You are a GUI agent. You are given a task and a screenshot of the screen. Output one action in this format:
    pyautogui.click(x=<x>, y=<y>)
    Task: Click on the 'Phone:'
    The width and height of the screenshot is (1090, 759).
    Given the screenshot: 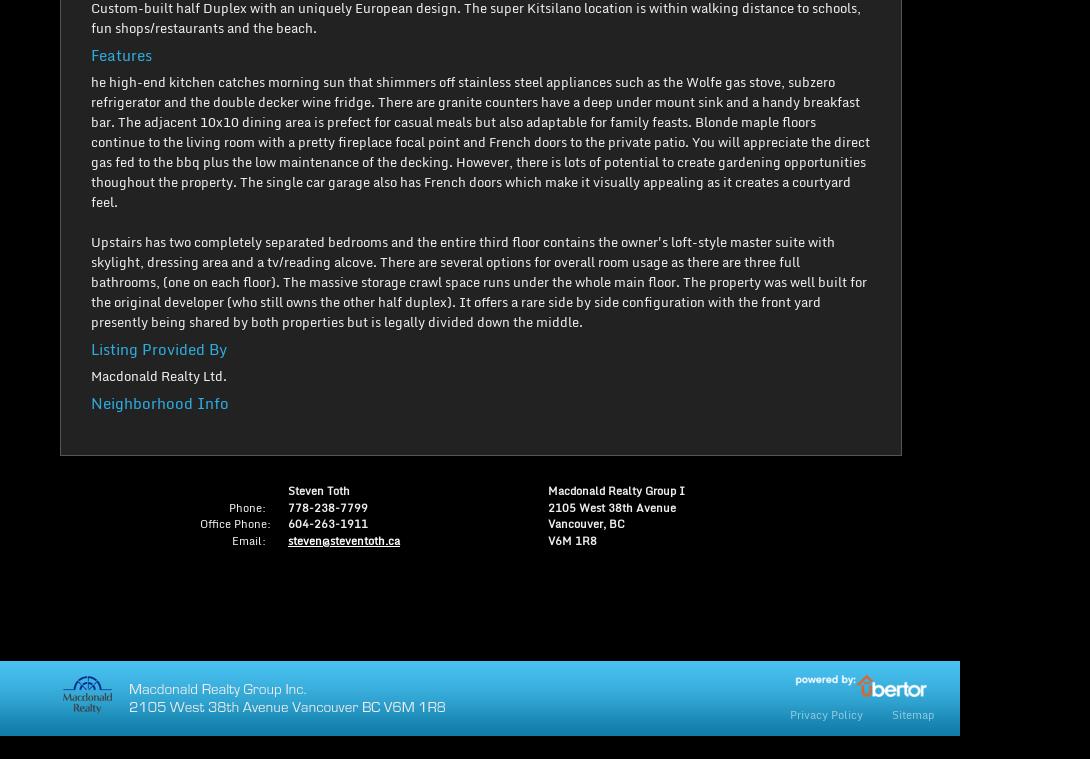 What is the action you would take?
    pyautogui.click(x=247, y=506)
    